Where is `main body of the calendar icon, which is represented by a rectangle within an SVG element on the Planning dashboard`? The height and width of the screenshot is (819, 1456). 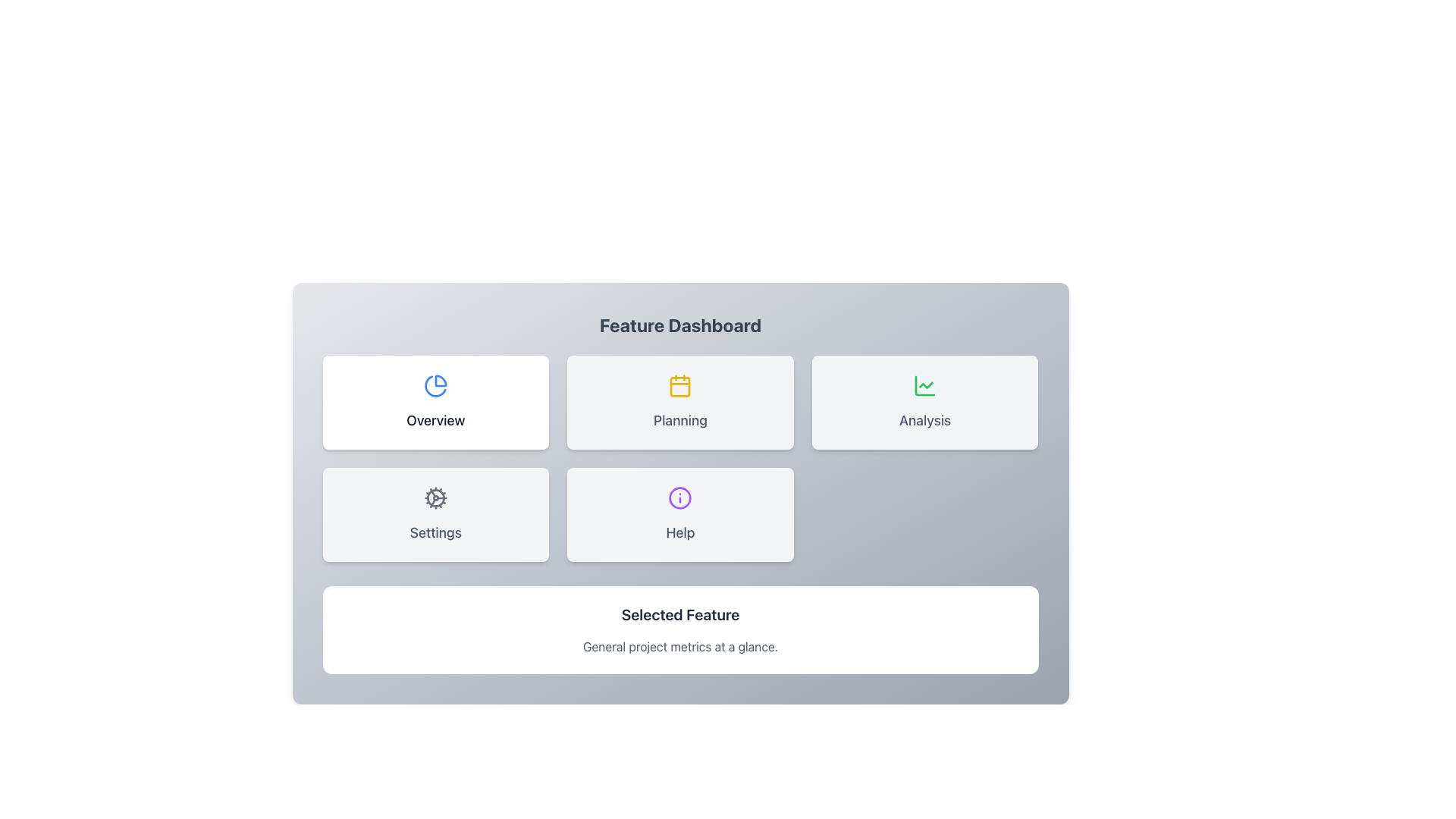
main body of the calendar icon, which is represented by a rectangle within an SVG element on the Planning dashboard is located at coordinates (679, 386).